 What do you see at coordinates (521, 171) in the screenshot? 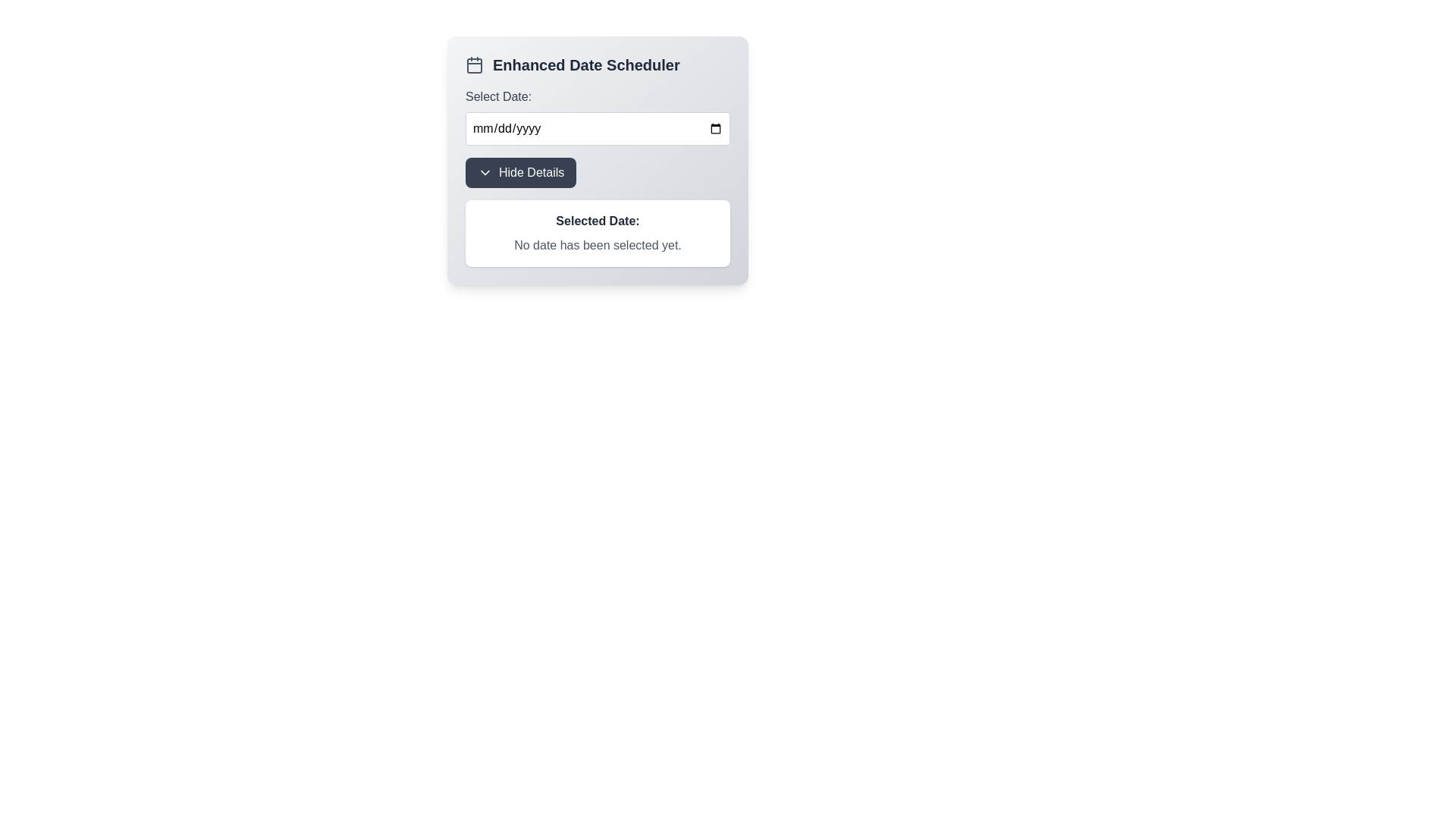
I see `the button that hides additional details in the 'Enhanced Date Scheduler' panel, positioned beneath the date input field` at bounding box center [521, 171].